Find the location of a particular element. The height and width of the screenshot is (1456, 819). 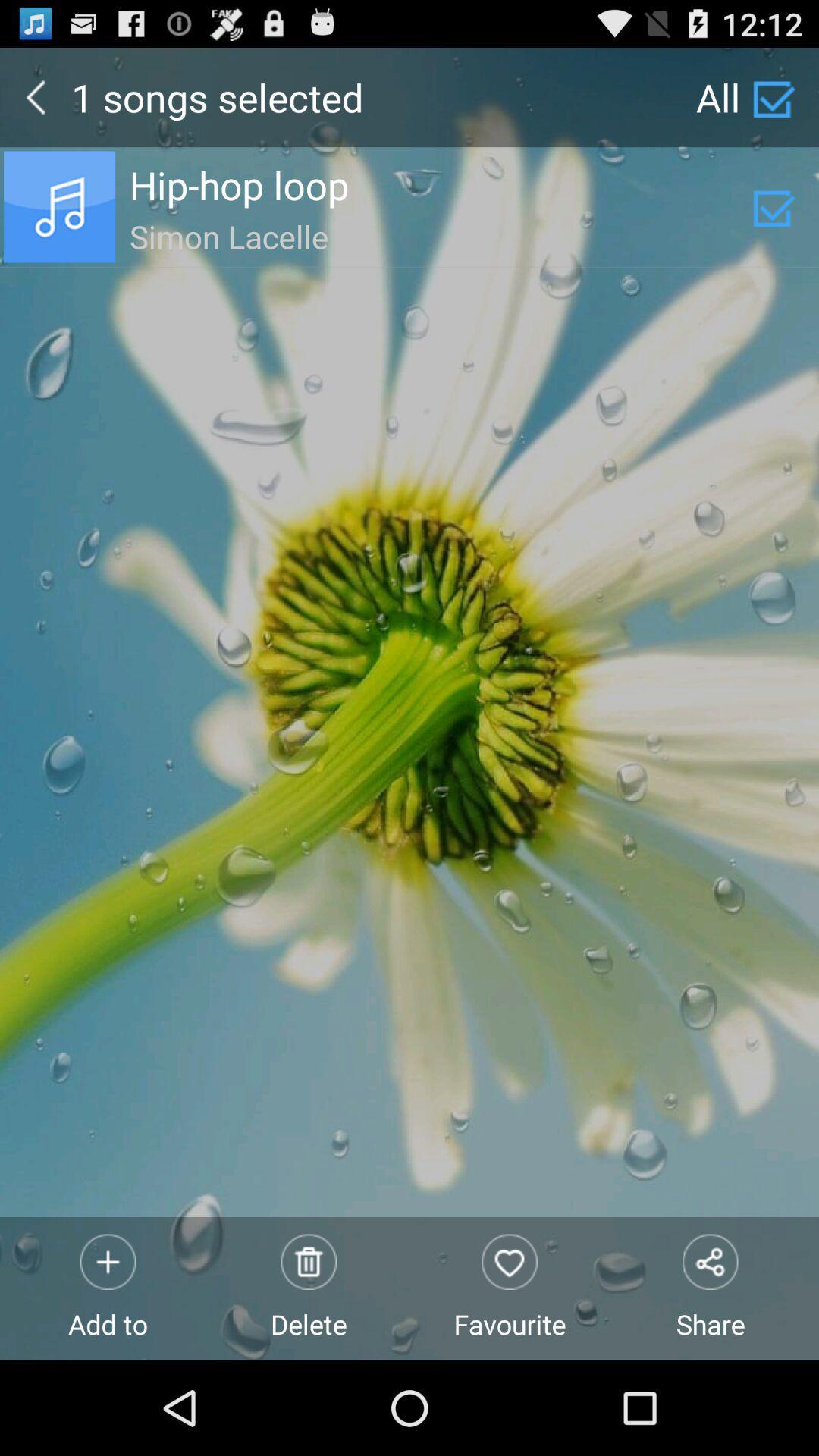

the item to the right of favourite icon is located at coordinates (711, 1288).